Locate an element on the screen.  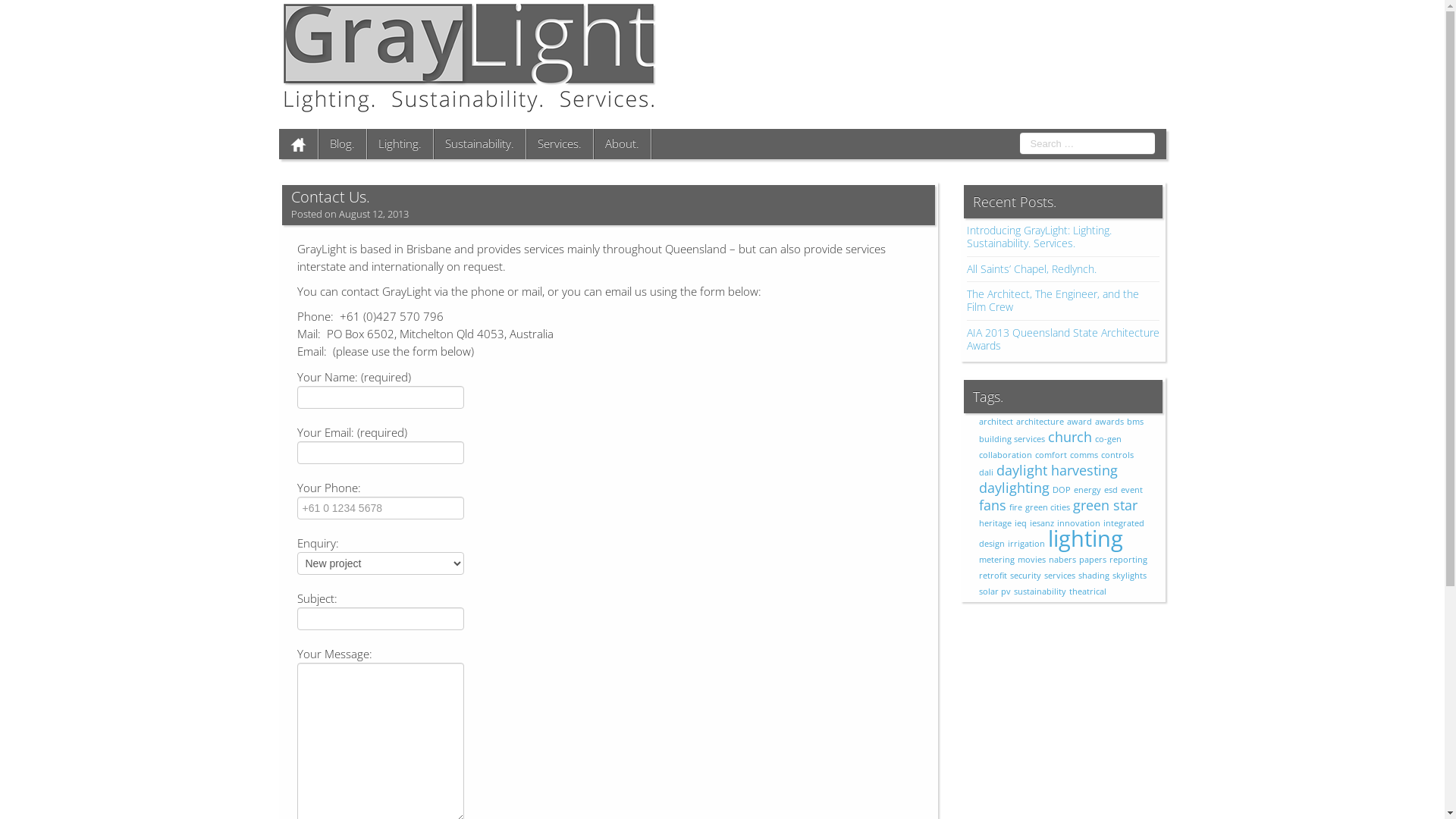
'building services' is located at coordinates (1012, 438).